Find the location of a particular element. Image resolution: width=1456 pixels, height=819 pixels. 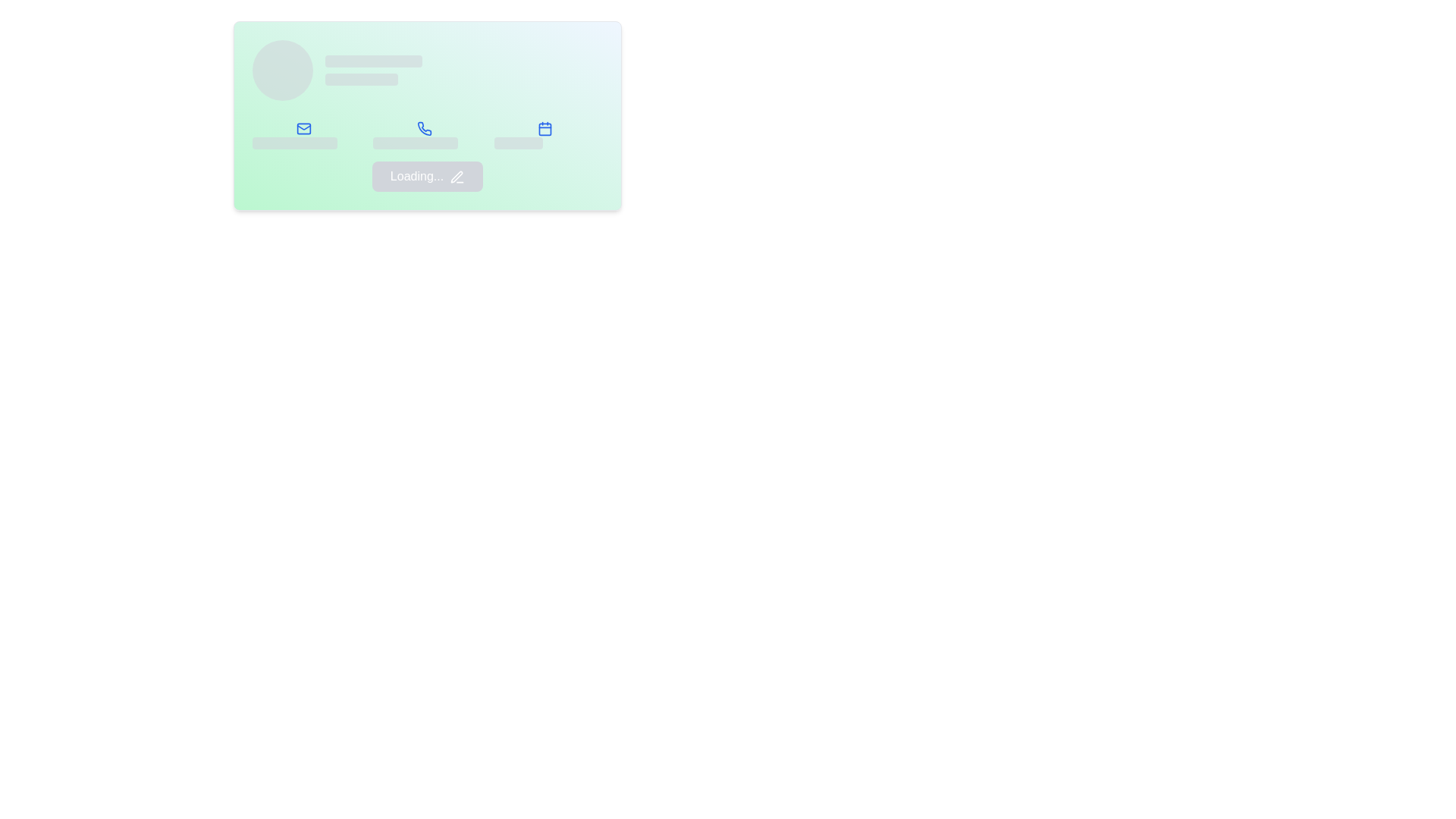

the scheduling icon located in the rightmost section of the grid beneath the calendar icon to interact with its date selection functionality is located at coordinates (548, 133).